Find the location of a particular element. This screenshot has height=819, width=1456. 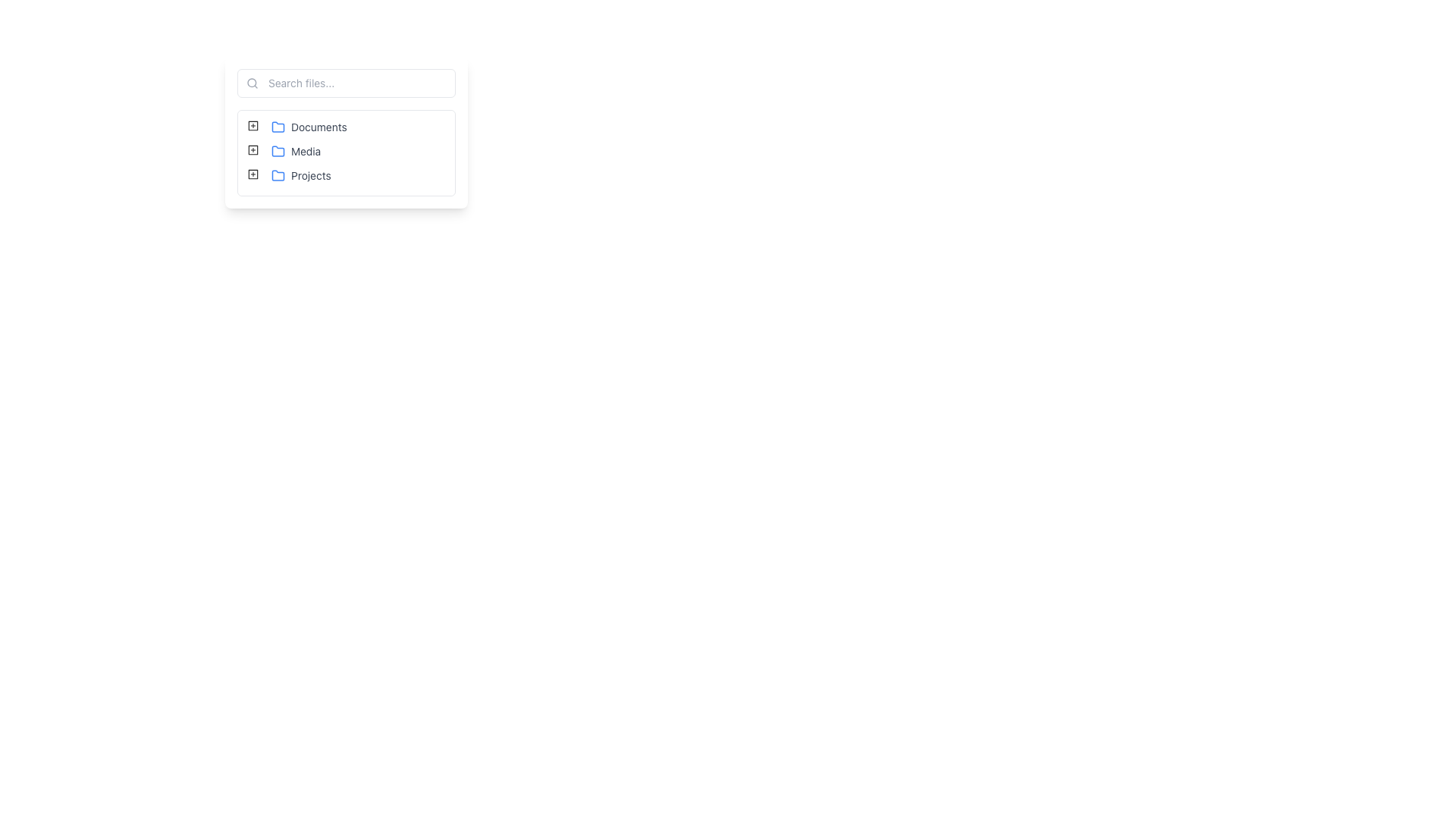

the SVG Circle Element representing the magnifying glass of the search icon located at the top-left corner of the 'Search files...' text input field is located at coordinates (252, 83).